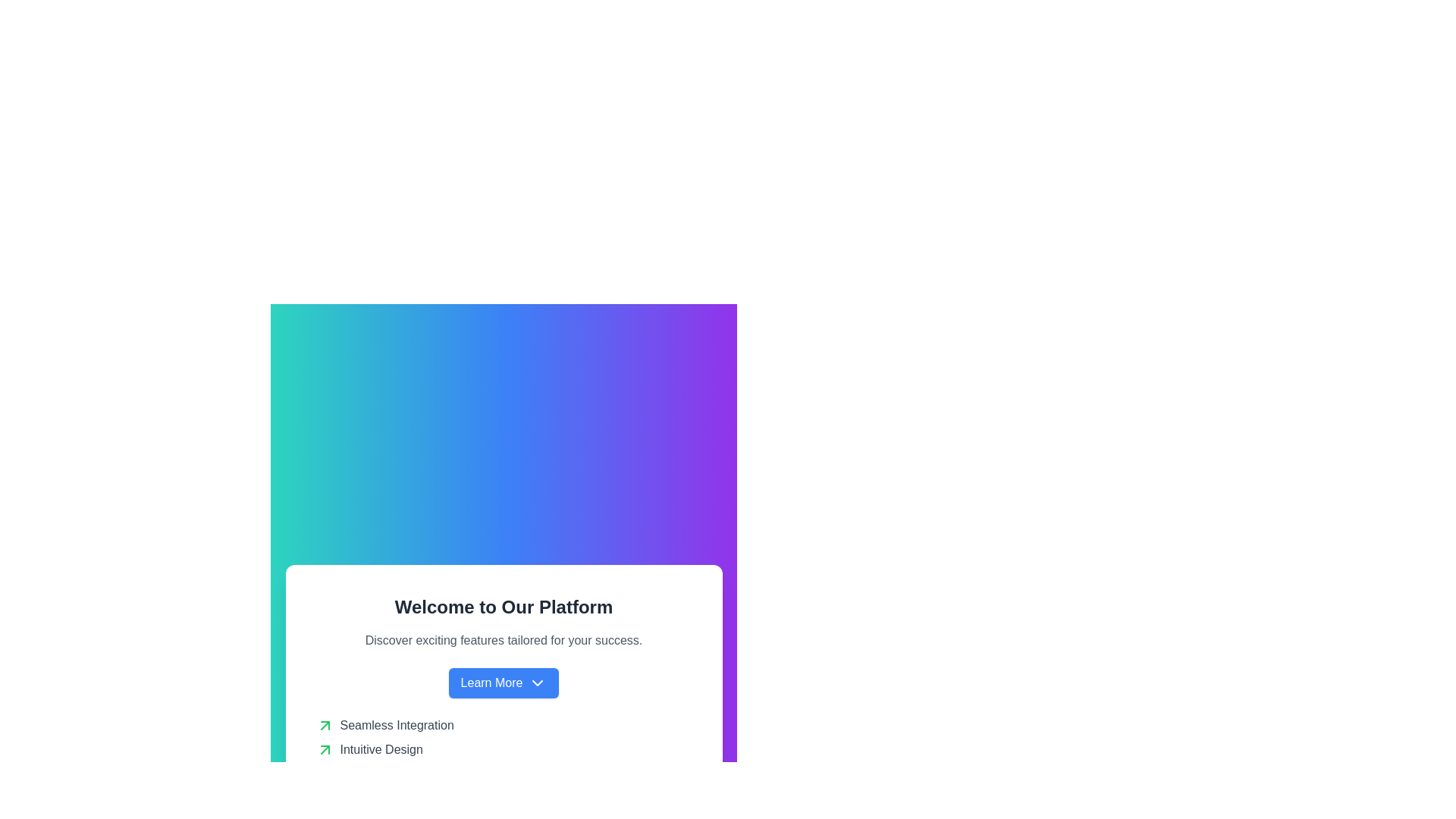  What do you see at coordinates (324, 748) in the screenshot?
I see `the green upward-right arrow icon located at the beginning of the 'Intuitive Design' row to initiate an action` at bounding box center [324, 748].